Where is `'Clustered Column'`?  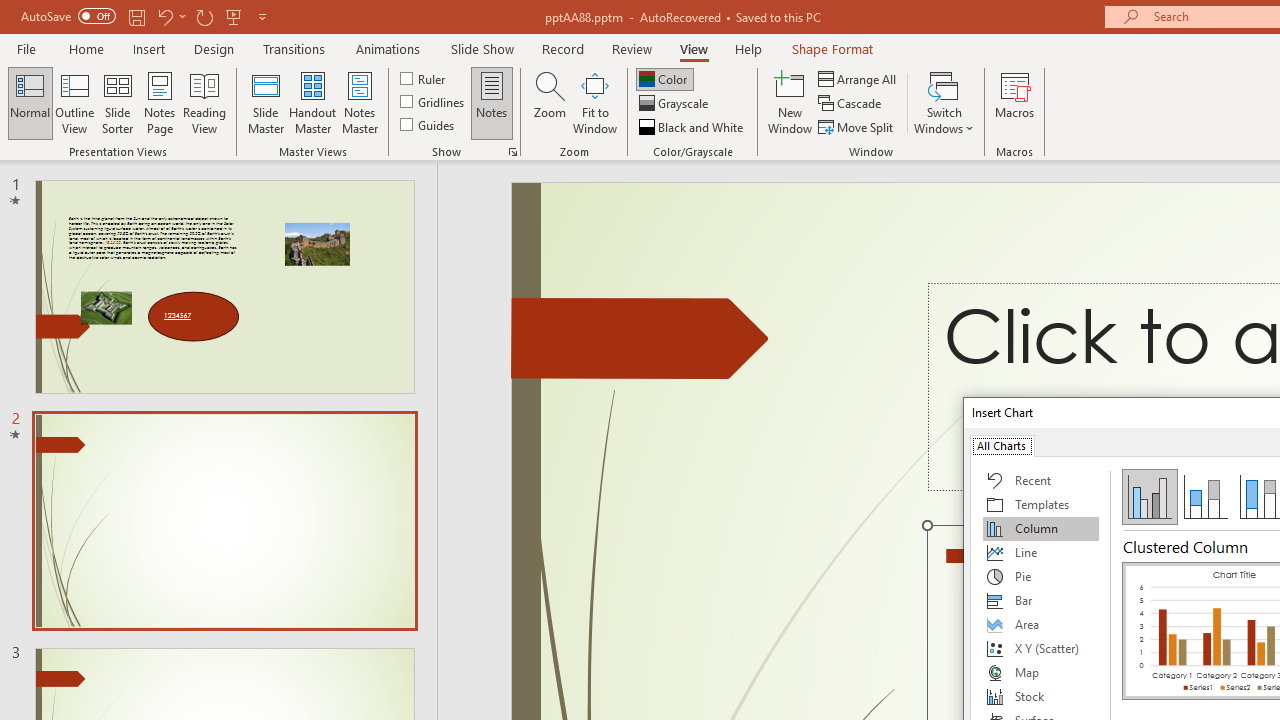 'Clustered Column' is located at coordinates (1150, 495).